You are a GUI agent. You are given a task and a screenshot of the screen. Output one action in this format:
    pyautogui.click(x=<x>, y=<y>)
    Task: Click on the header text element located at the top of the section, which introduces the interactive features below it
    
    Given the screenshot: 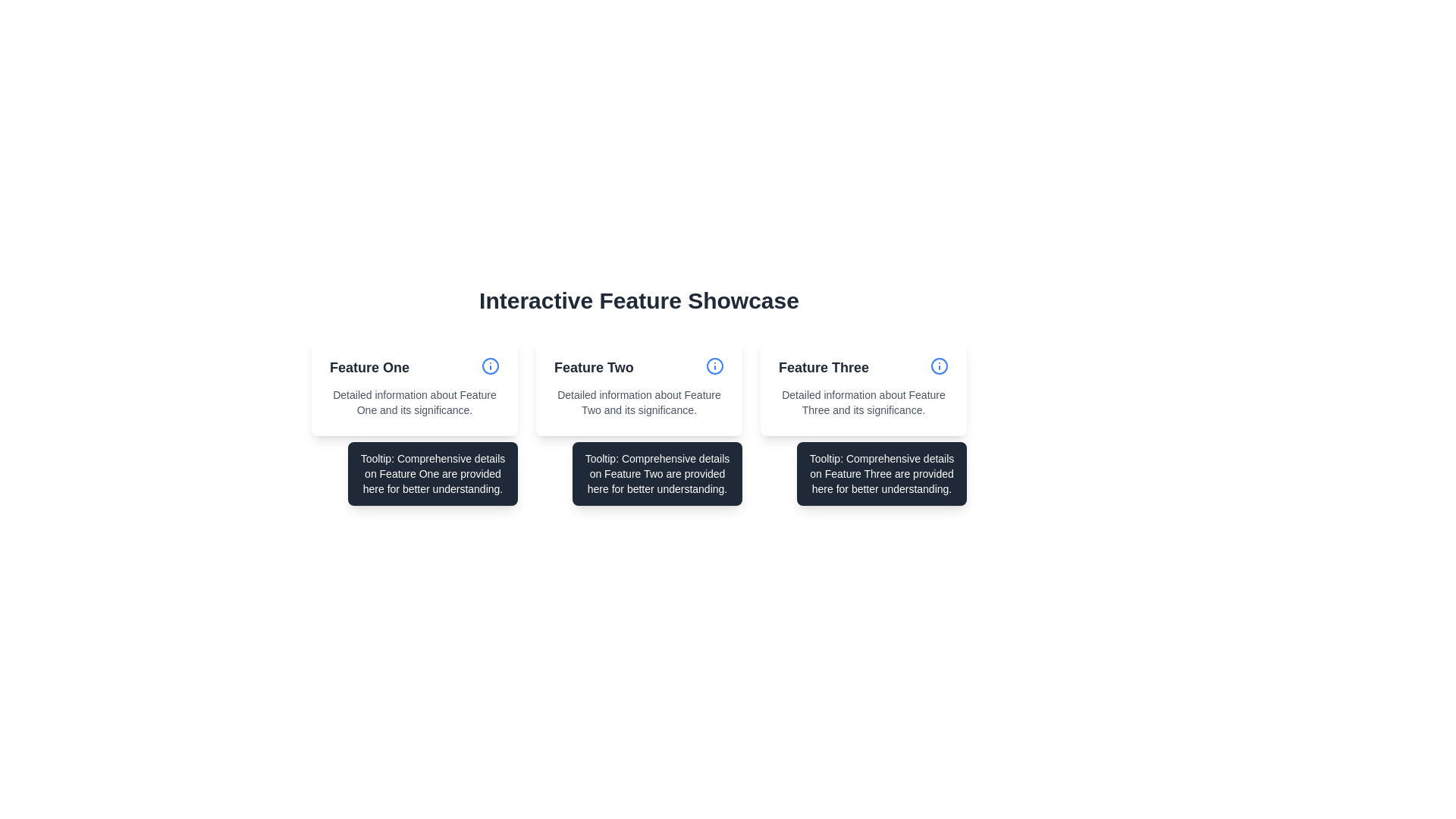 What is the action you would take?
    pyautogui.click(x=639, y=301)
    